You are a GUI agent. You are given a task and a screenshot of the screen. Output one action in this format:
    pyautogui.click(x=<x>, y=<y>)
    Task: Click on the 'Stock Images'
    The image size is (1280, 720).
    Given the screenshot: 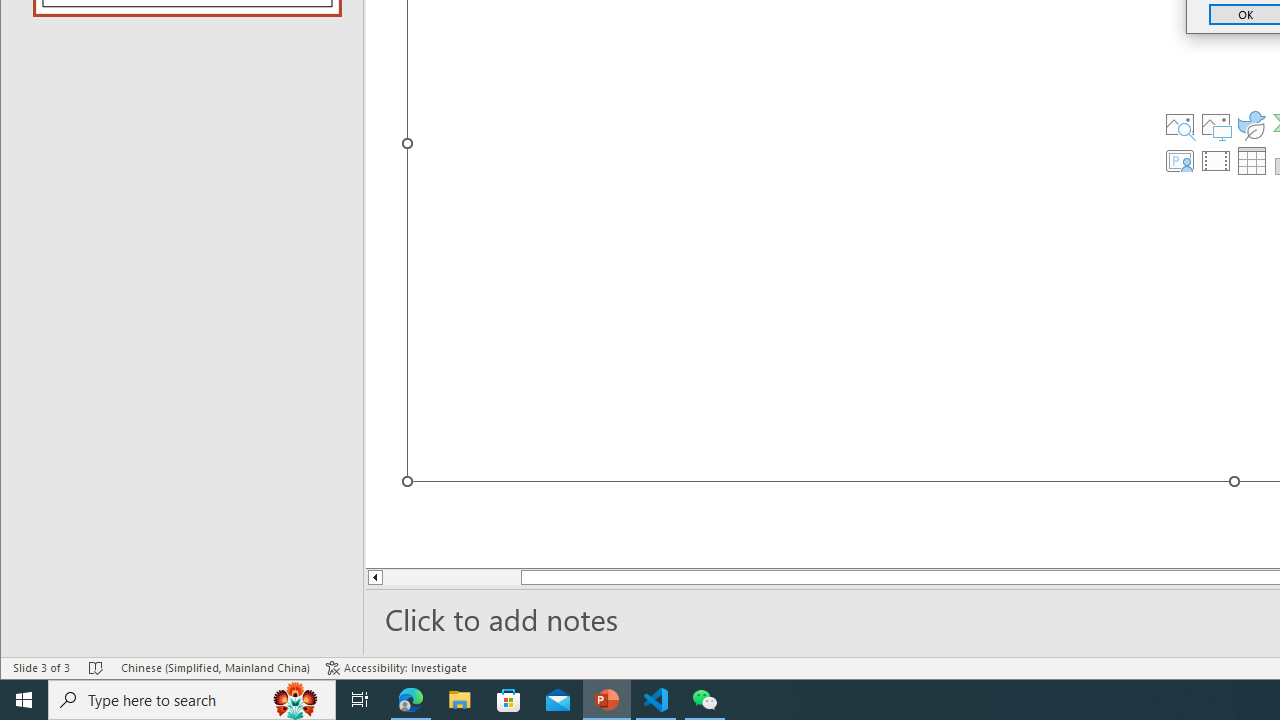 What is the action you would take?
    pyautogui.click(x=1179, y=124)
    